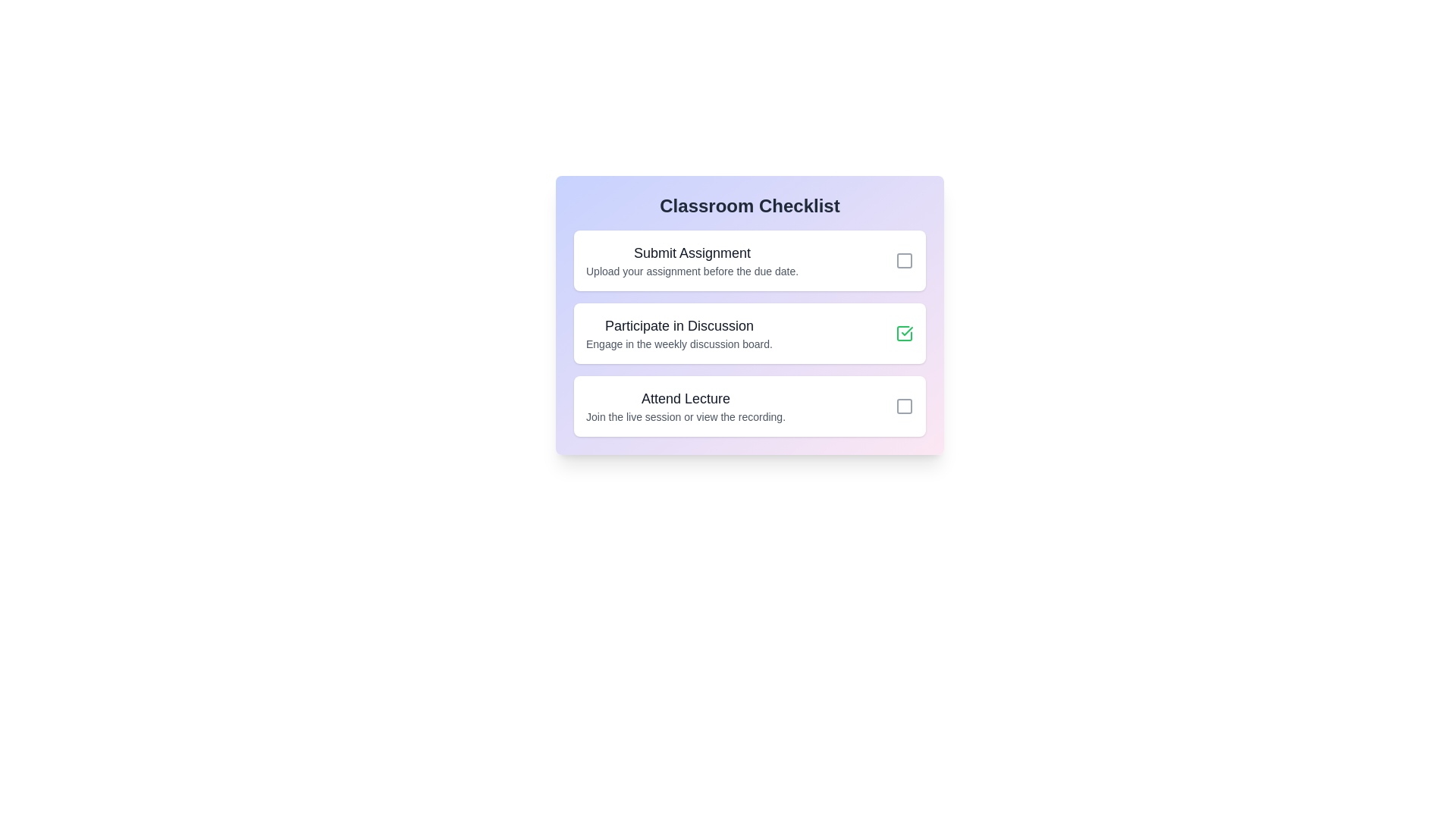 The width and height of the screenshot is (1456, 819). Describe the element at coordinates (905, 259) in the screenshot. I see `the small, outlined square checkbox icon located to the far right of the 'Submit Assignment' section` at that location.